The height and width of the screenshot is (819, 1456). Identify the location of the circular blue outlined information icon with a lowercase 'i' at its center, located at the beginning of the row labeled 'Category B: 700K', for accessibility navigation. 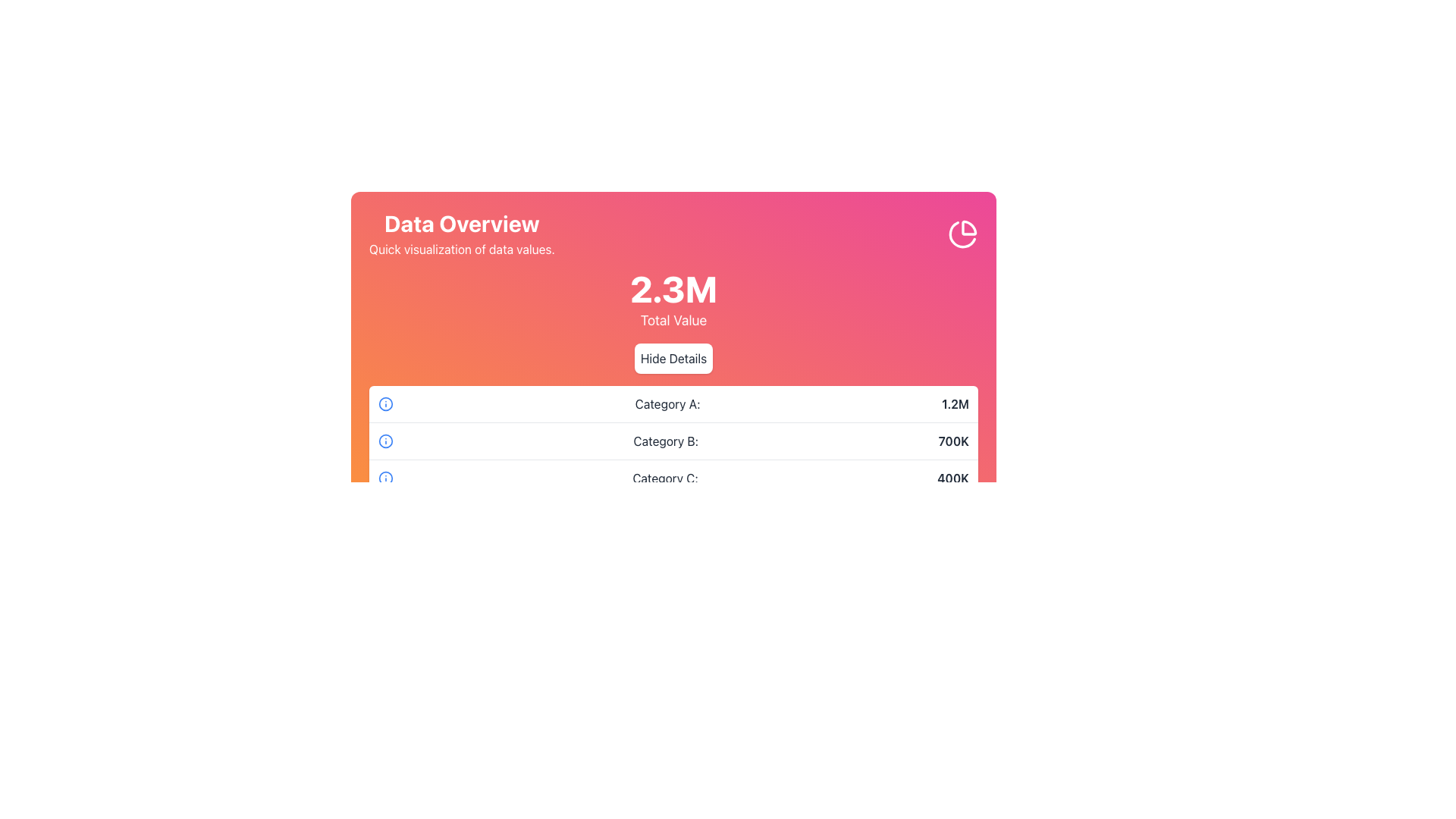
(385, 441).